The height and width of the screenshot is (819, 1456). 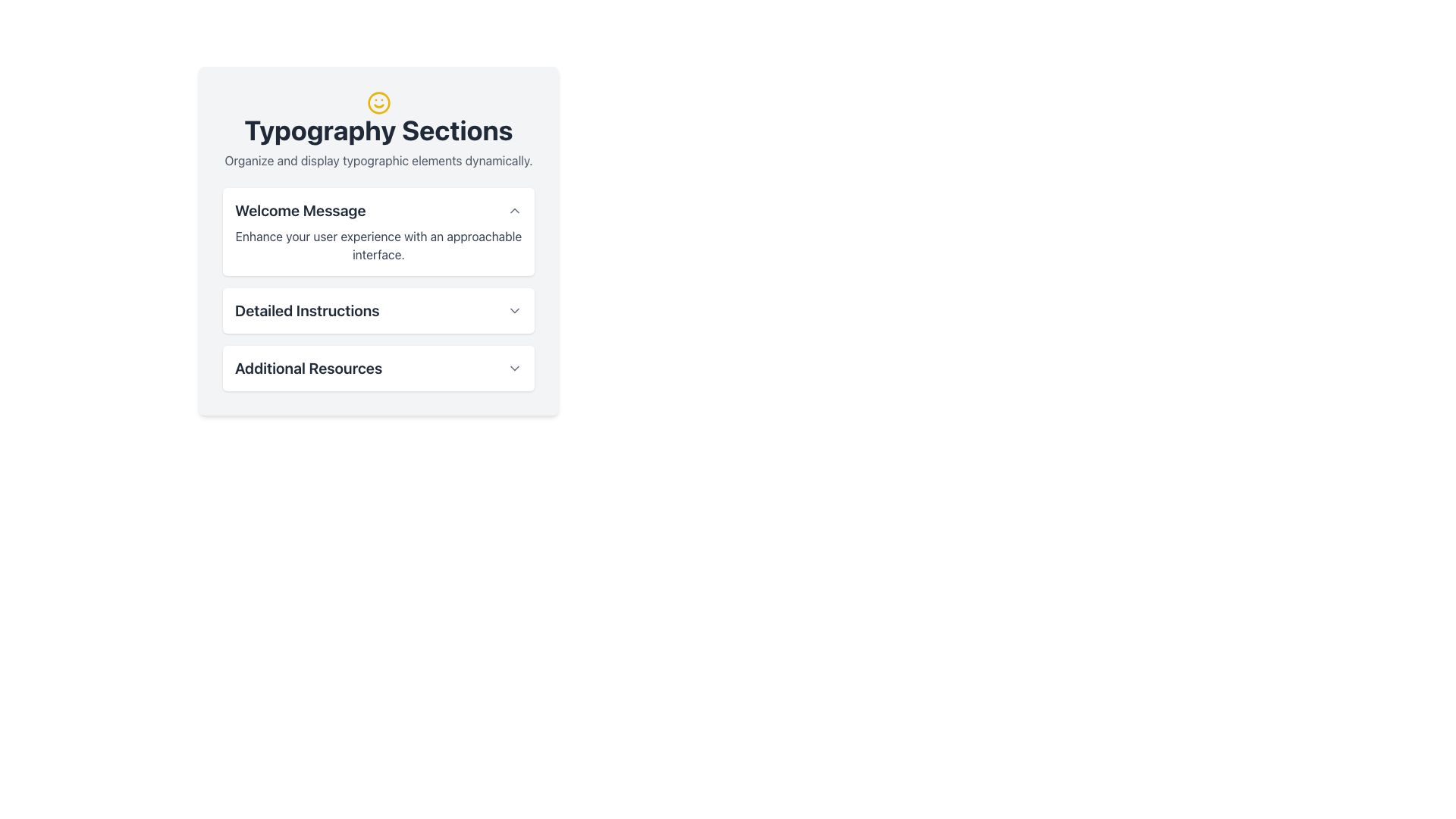 I want to click on the text label displaying 'Welcome Message', which is styled in large, bold, dark gray font and positioned at the top of its collapsible section, so click(x=300, y=210).